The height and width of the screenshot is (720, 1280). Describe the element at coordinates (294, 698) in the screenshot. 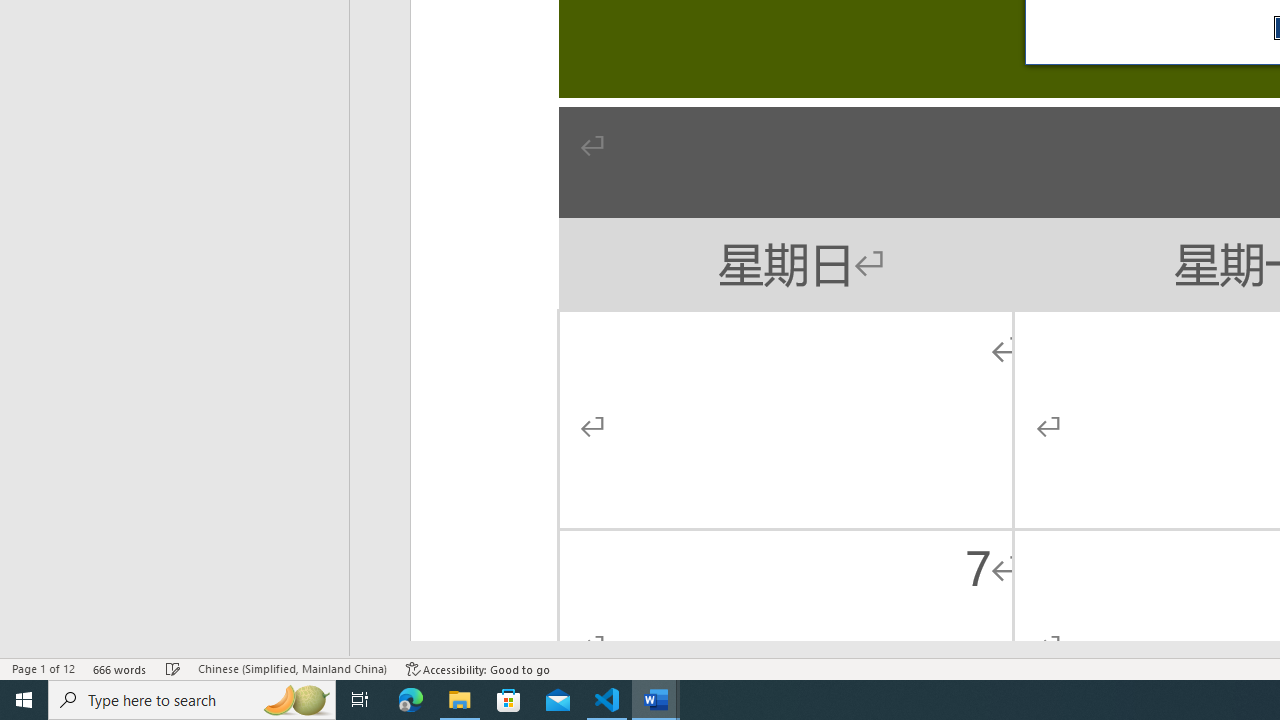

I see `'Search highlights icon opens search home window'` at that location.